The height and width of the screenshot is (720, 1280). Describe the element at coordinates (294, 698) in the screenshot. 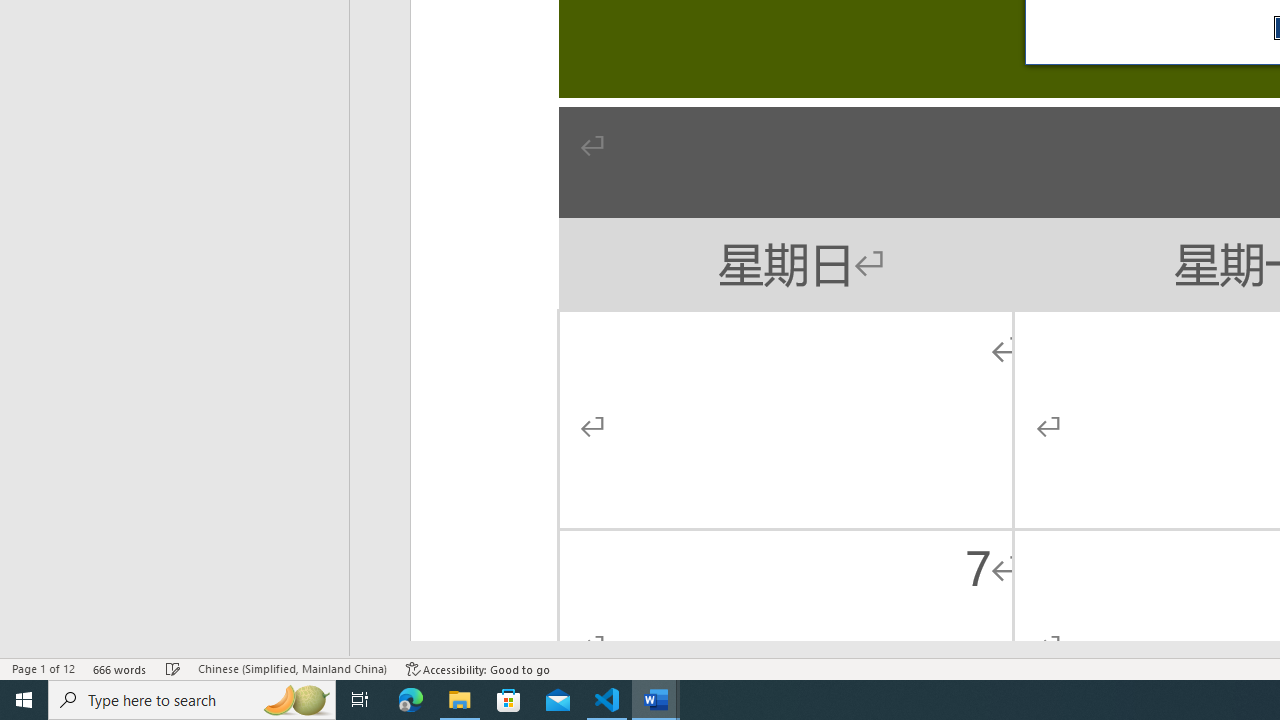

I see `'Search highlights icon opens search home window'` at that location.